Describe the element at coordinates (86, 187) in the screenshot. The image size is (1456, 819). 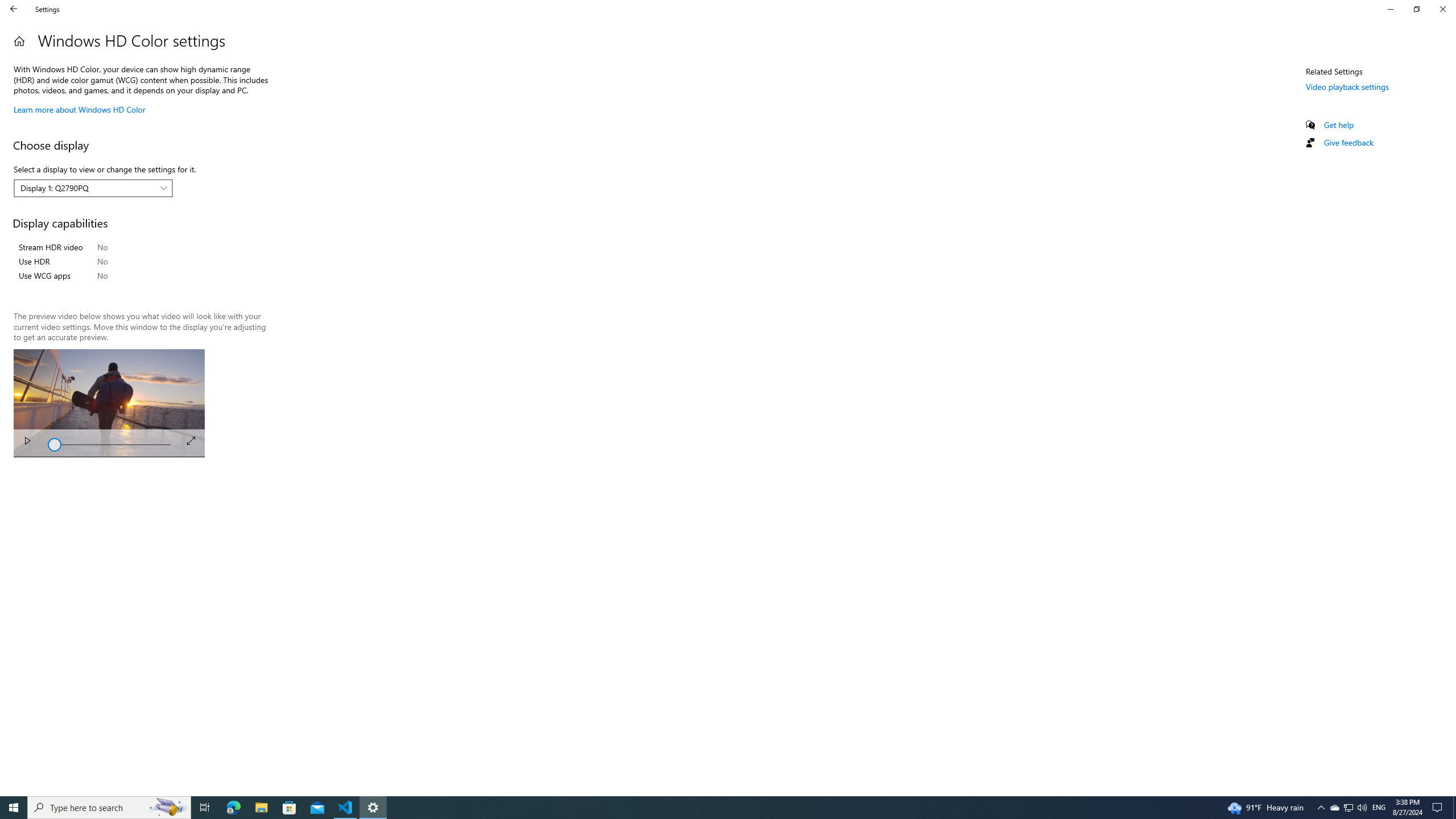
I see `'Display 1: Q2790PQ'` at that location.